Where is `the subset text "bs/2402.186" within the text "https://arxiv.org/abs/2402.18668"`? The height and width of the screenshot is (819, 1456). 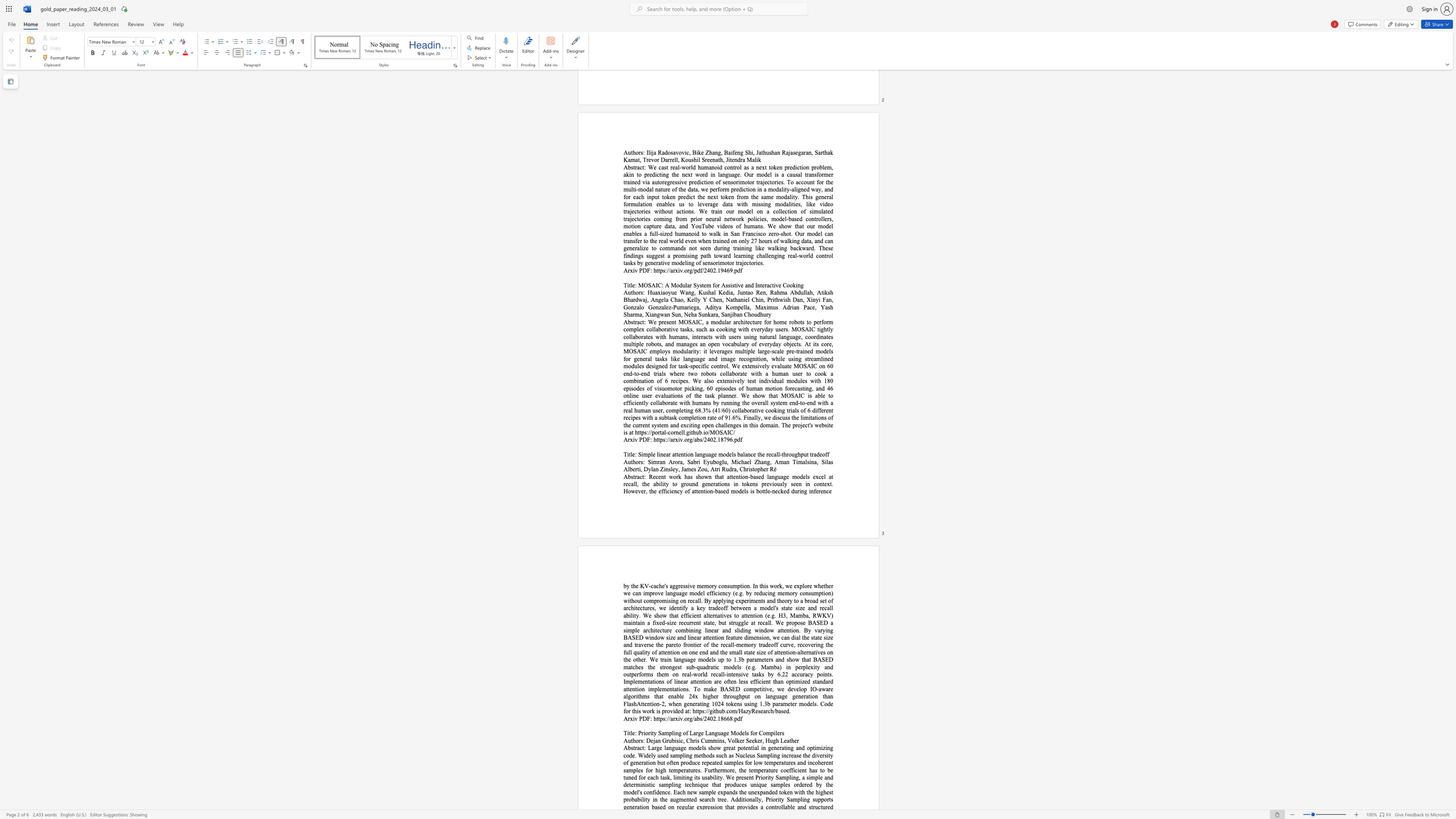 the subset text "bs/2402.186" within the text "https://arxiv.org/abs/2402.18668" is located at coordinates (696, 718).